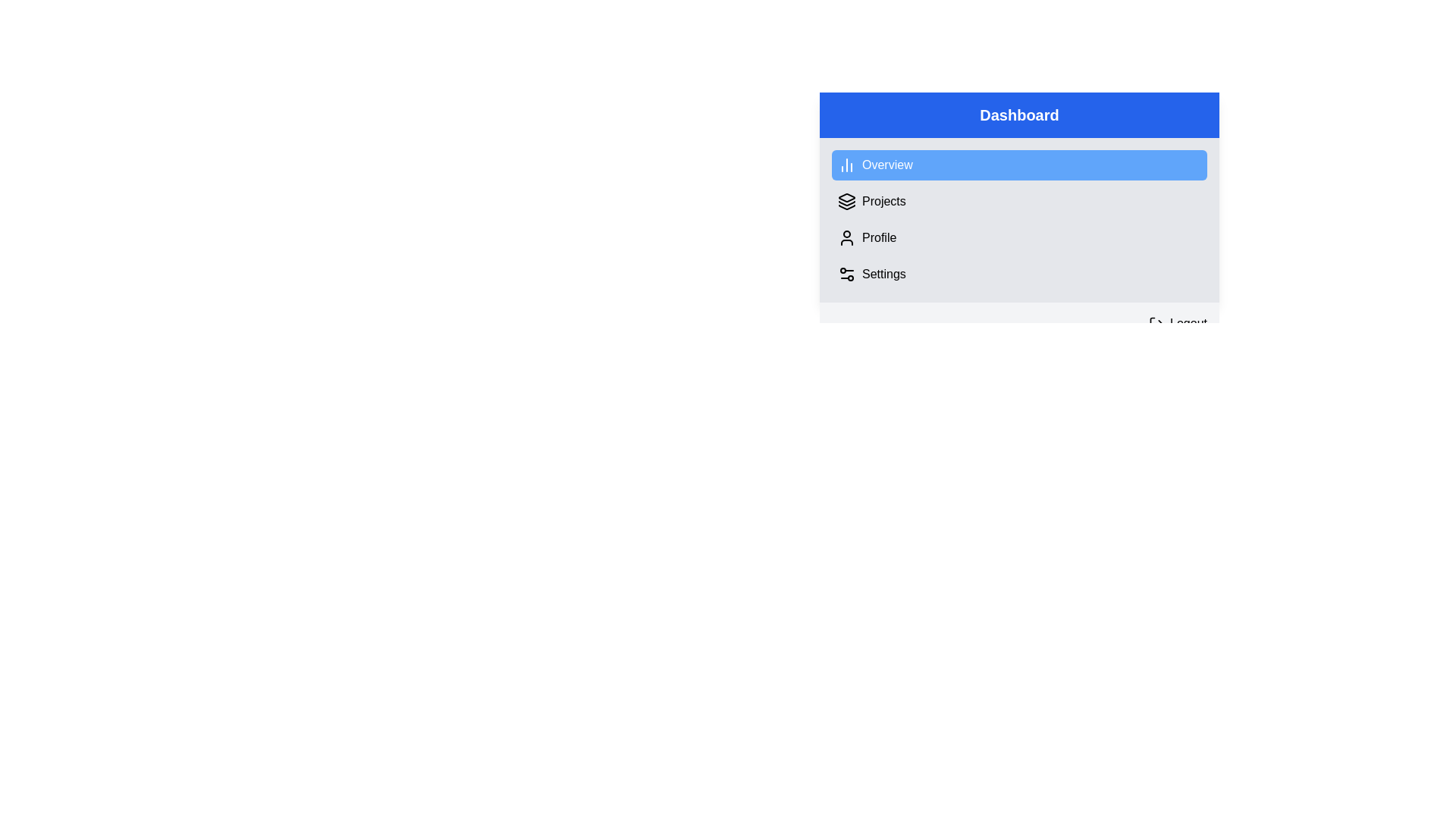 The width and height of the screenshot is (1456, 819). Describe the element at coordinates (846, 165) in the screenshot. I see `the graphical icon representing the 'Overview' section, located in the upper-left portion of the button group under the 'Dashboard' heading` at that location.